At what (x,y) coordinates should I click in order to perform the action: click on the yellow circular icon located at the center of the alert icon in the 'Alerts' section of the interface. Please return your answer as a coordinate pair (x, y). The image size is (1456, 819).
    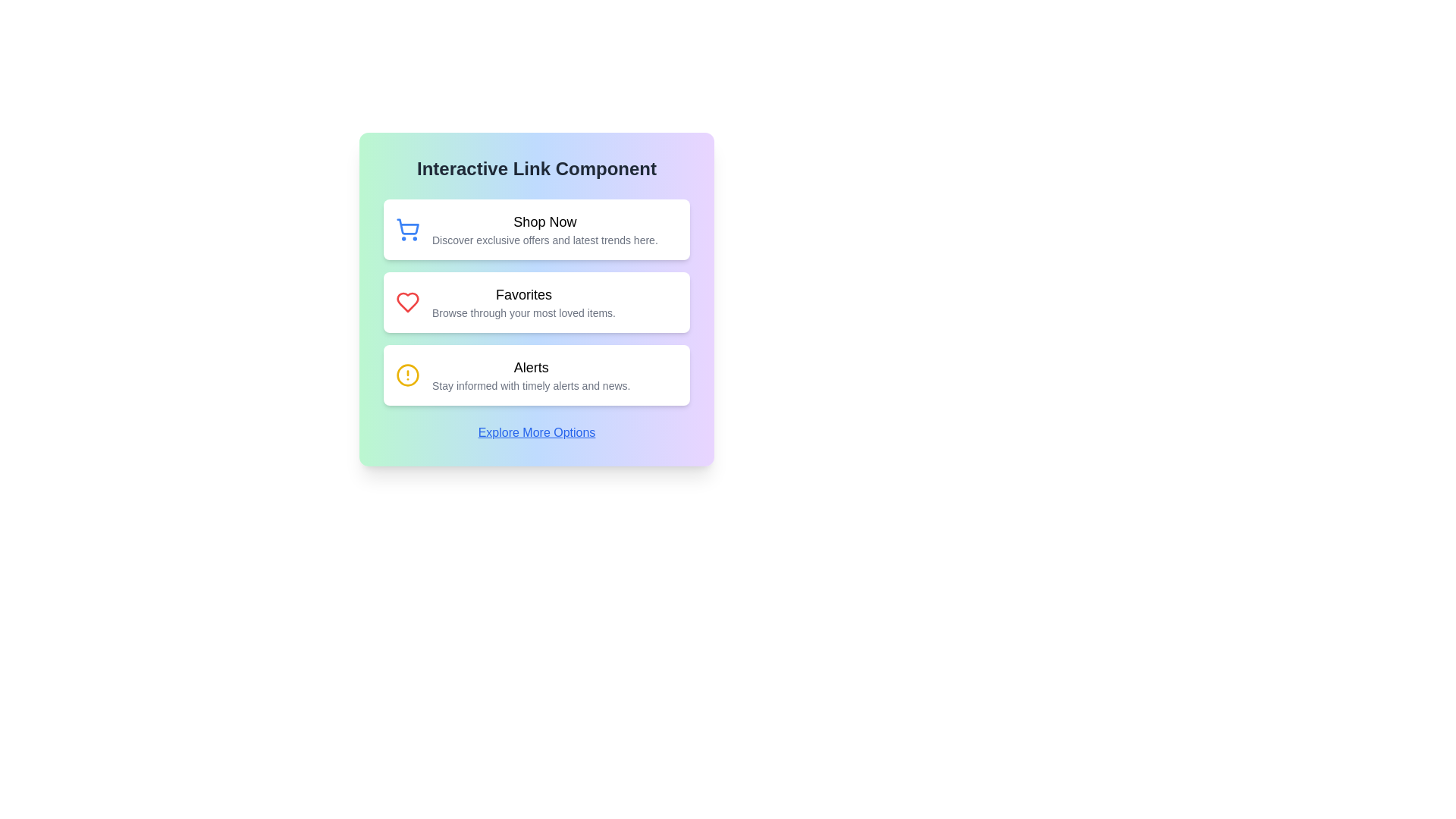
    Looking at the image, I should click on (407, 375).